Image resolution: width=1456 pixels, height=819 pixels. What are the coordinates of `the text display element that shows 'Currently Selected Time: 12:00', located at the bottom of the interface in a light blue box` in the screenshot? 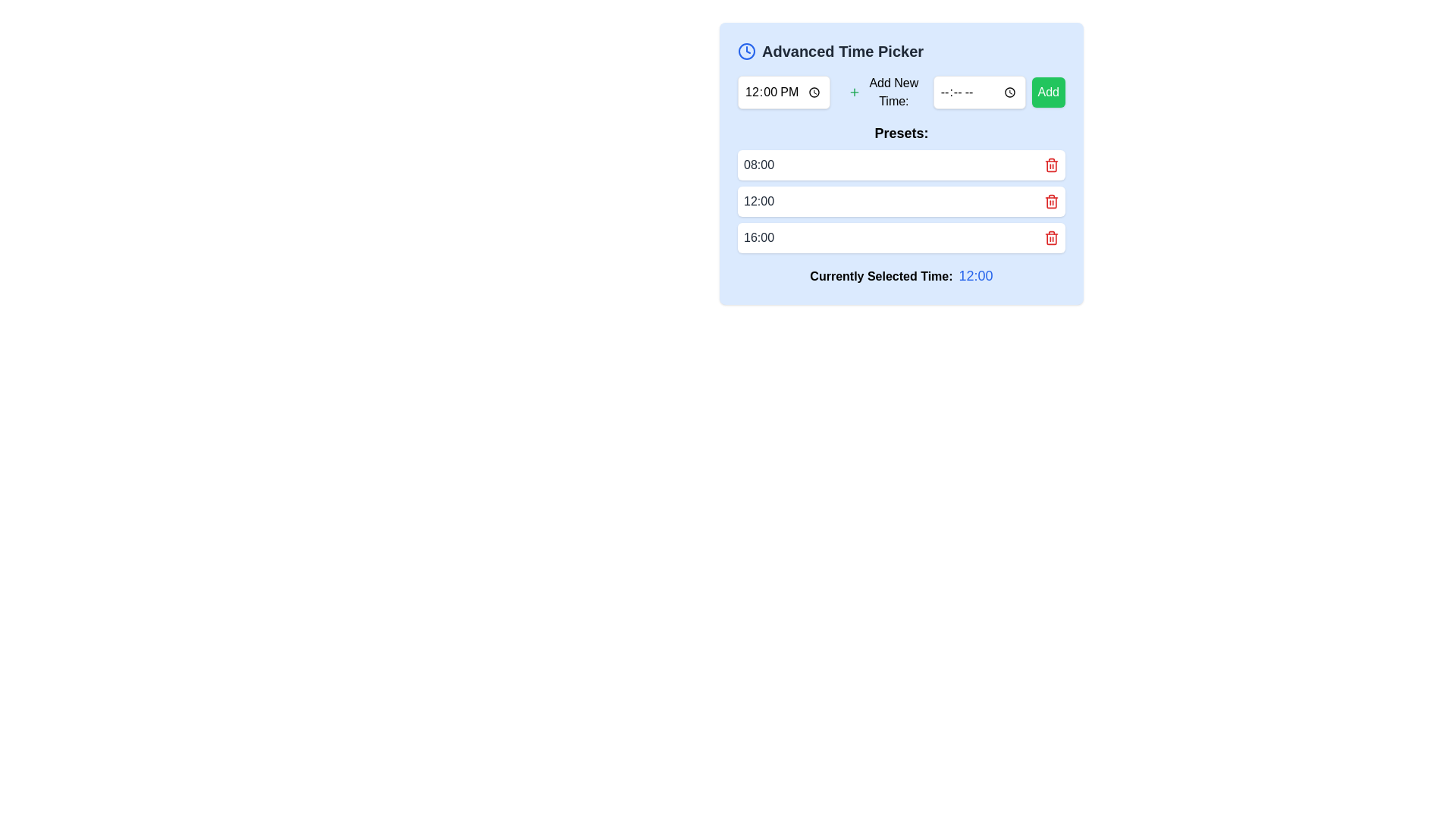 It's located at (902, 275).